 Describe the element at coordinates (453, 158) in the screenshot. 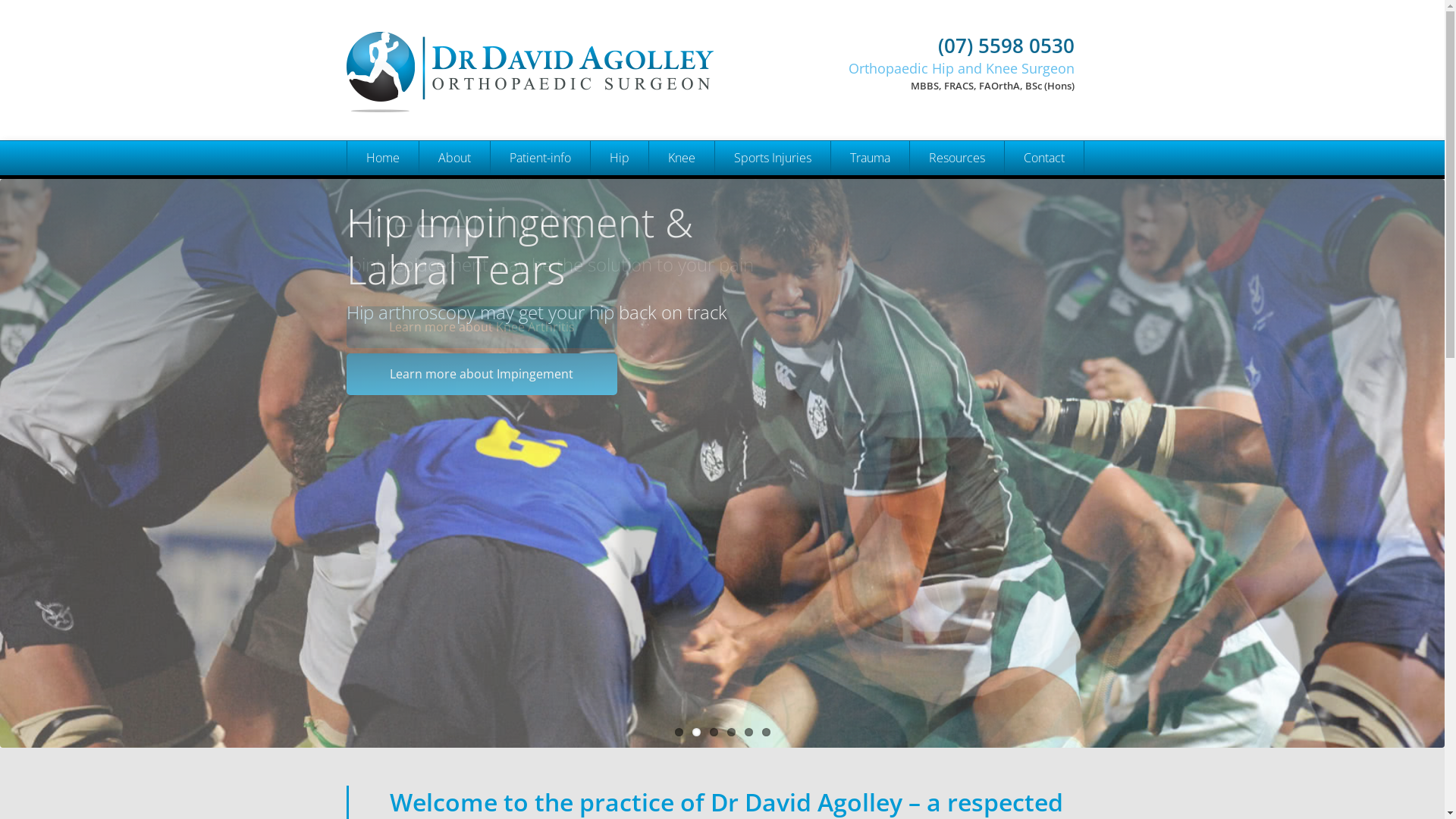

I see `'About'` at that location.